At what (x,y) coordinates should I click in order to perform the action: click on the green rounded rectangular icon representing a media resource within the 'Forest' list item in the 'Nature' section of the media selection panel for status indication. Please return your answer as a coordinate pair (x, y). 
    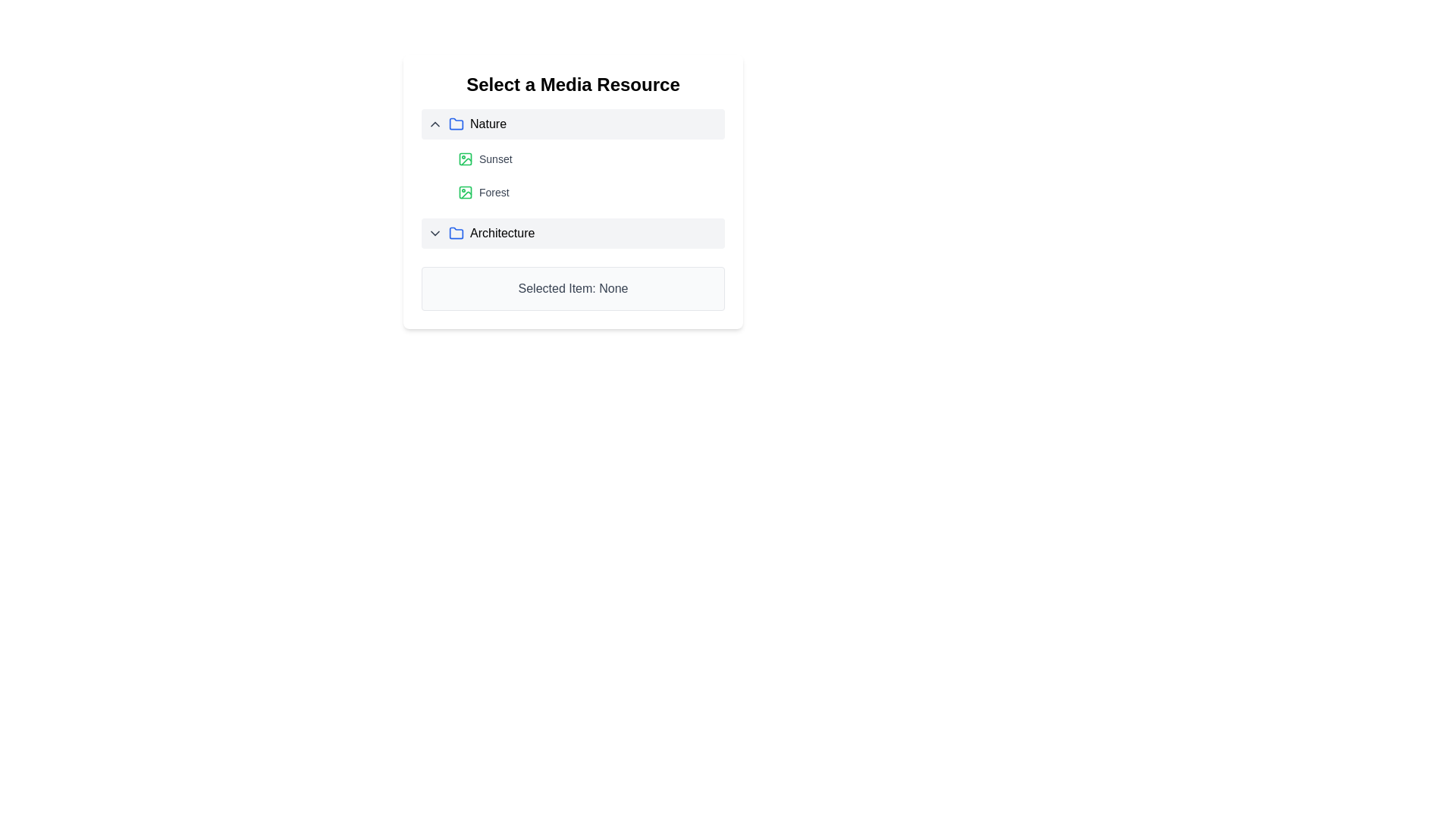
    Looking at the image, I should click on (465, 192).